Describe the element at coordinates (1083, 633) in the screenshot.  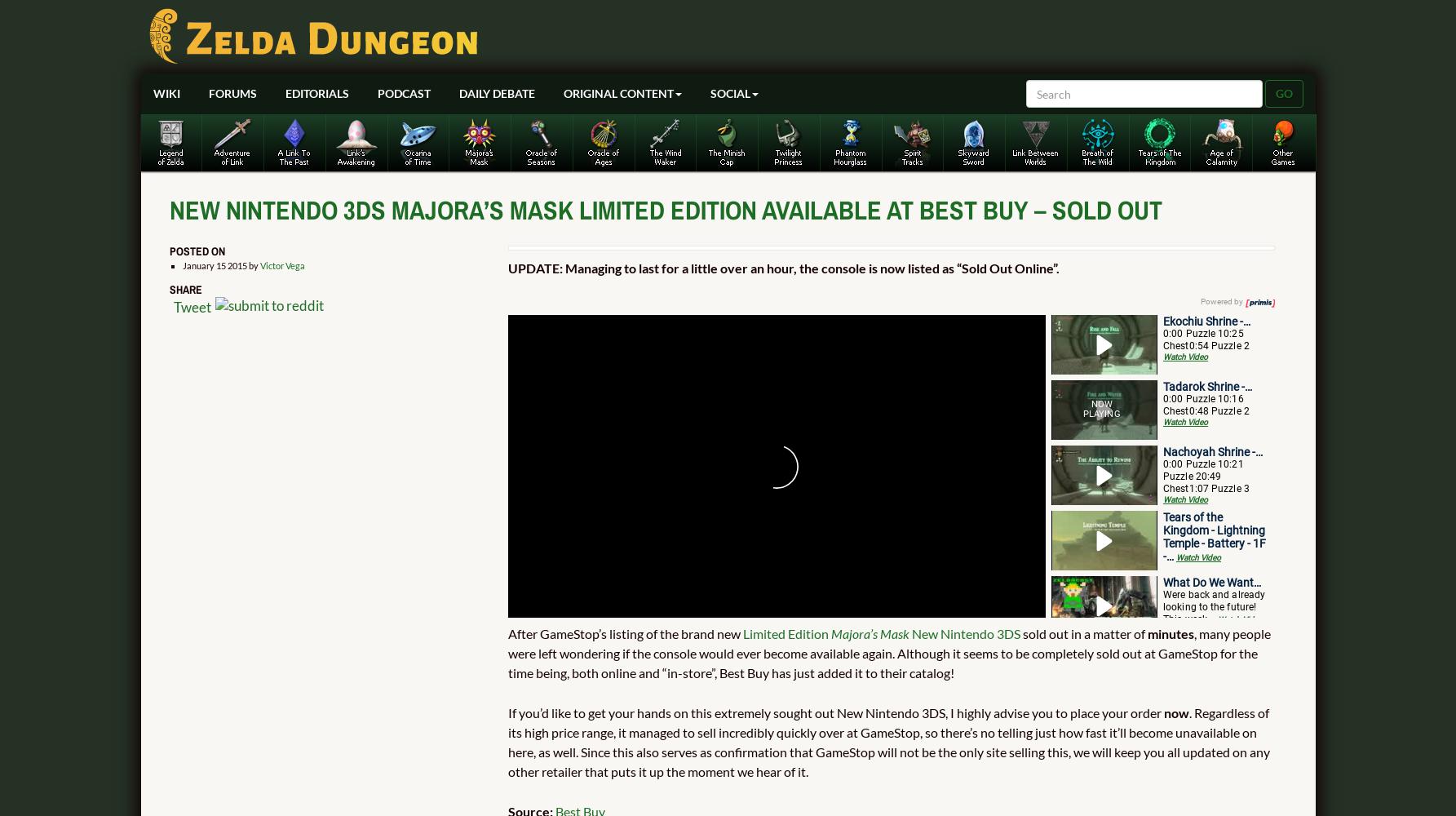
I see `'sold out in a matter of'` at that location.